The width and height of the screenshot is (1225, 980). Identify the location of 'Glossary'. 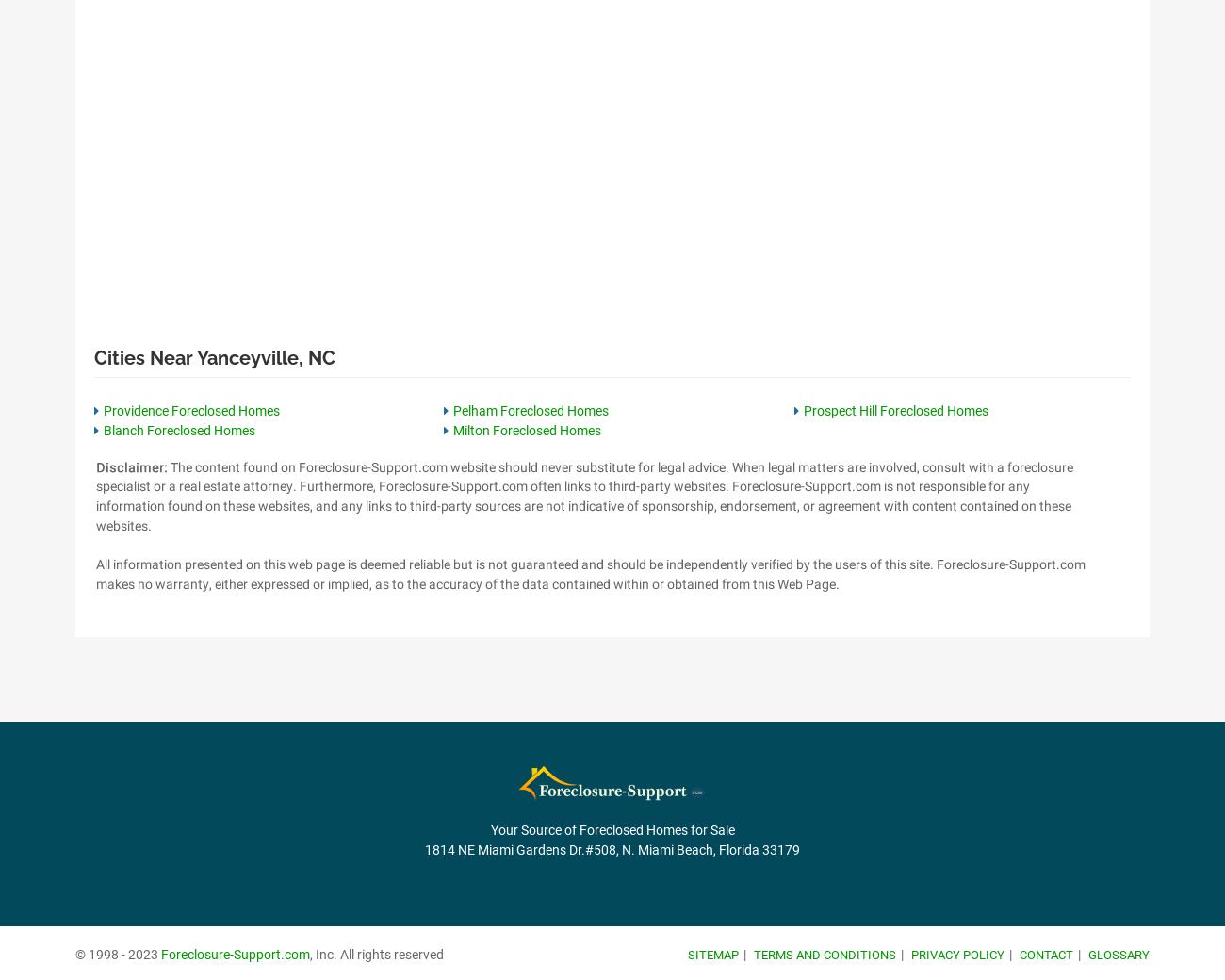
(1119, 954).